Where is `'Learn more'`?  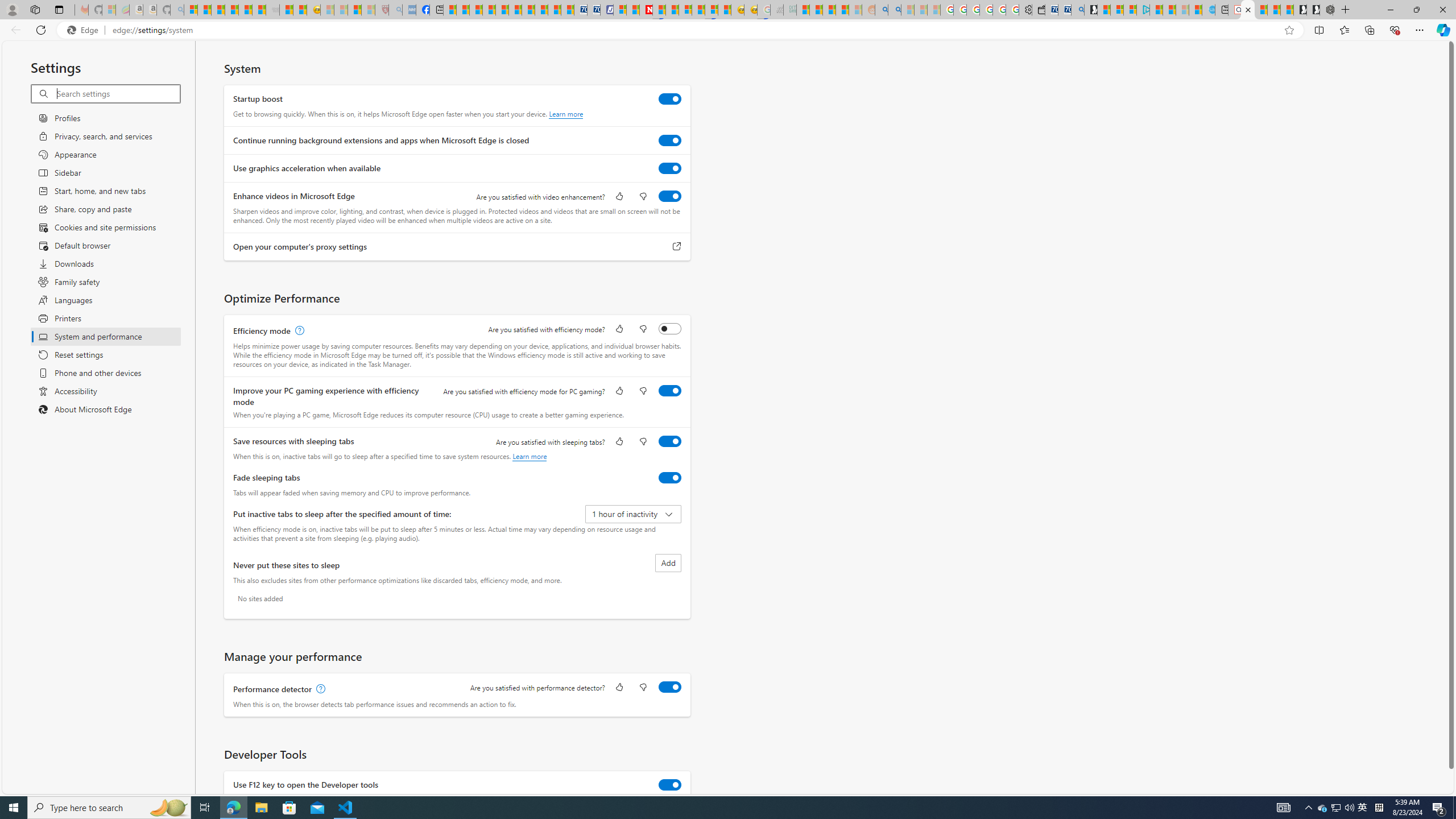 'Learn more' is located at coordinates (529, 456).